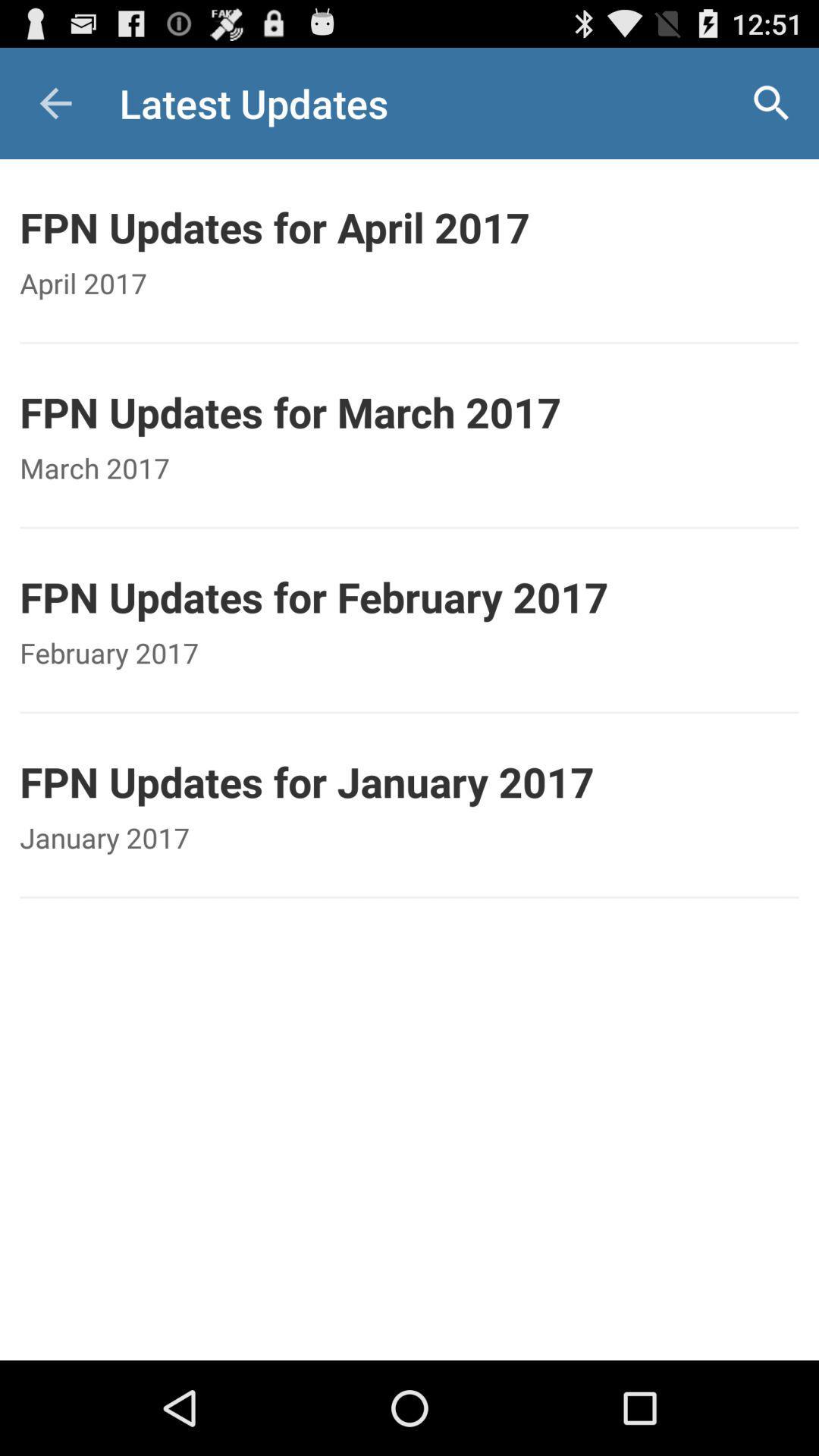  I want to click on the app next to the latest updates app, so click(55, 102).